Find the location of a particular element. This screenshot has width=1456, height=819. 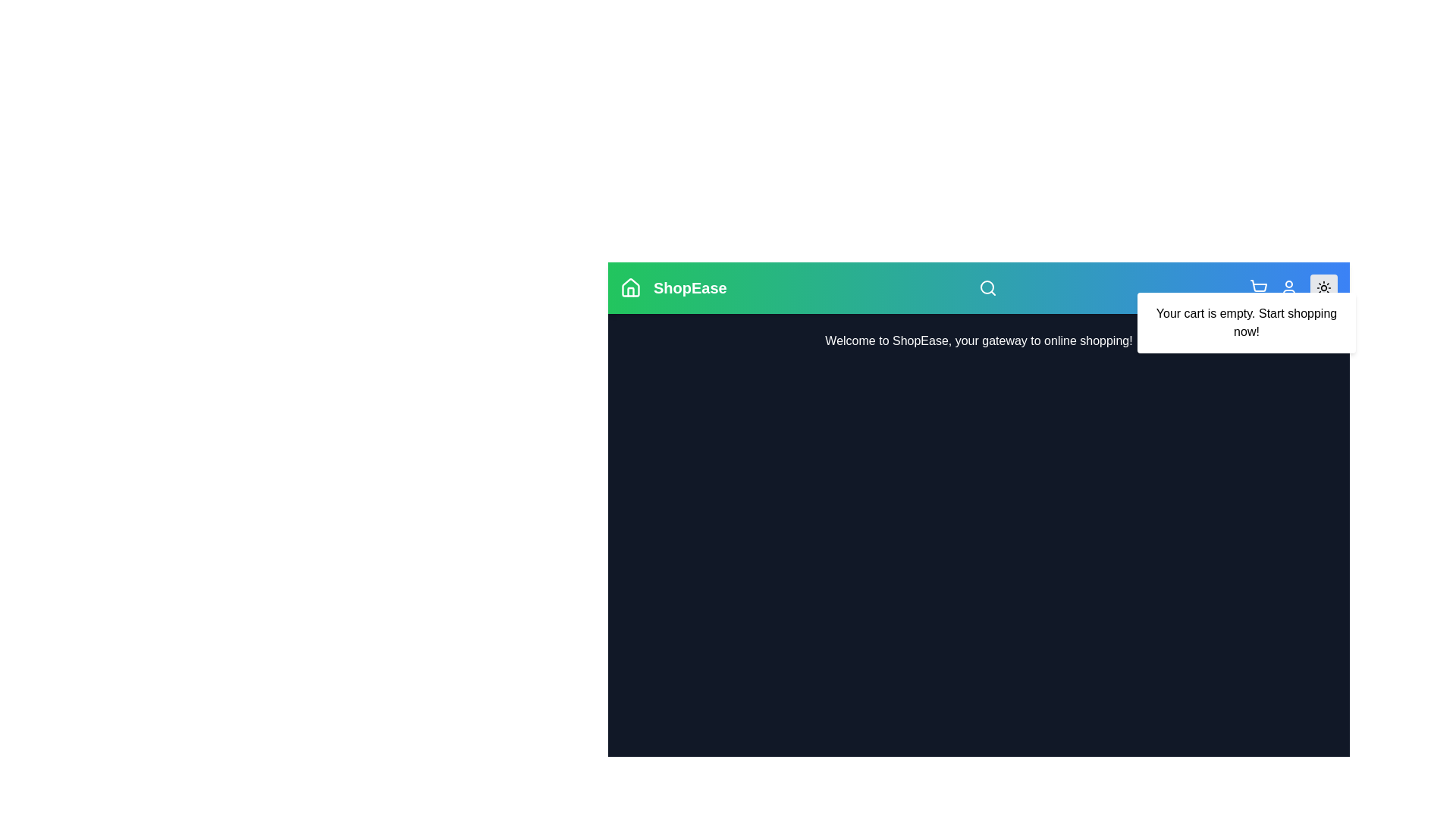

the search icon in the navigation bar is located at coordinates (987, 288).